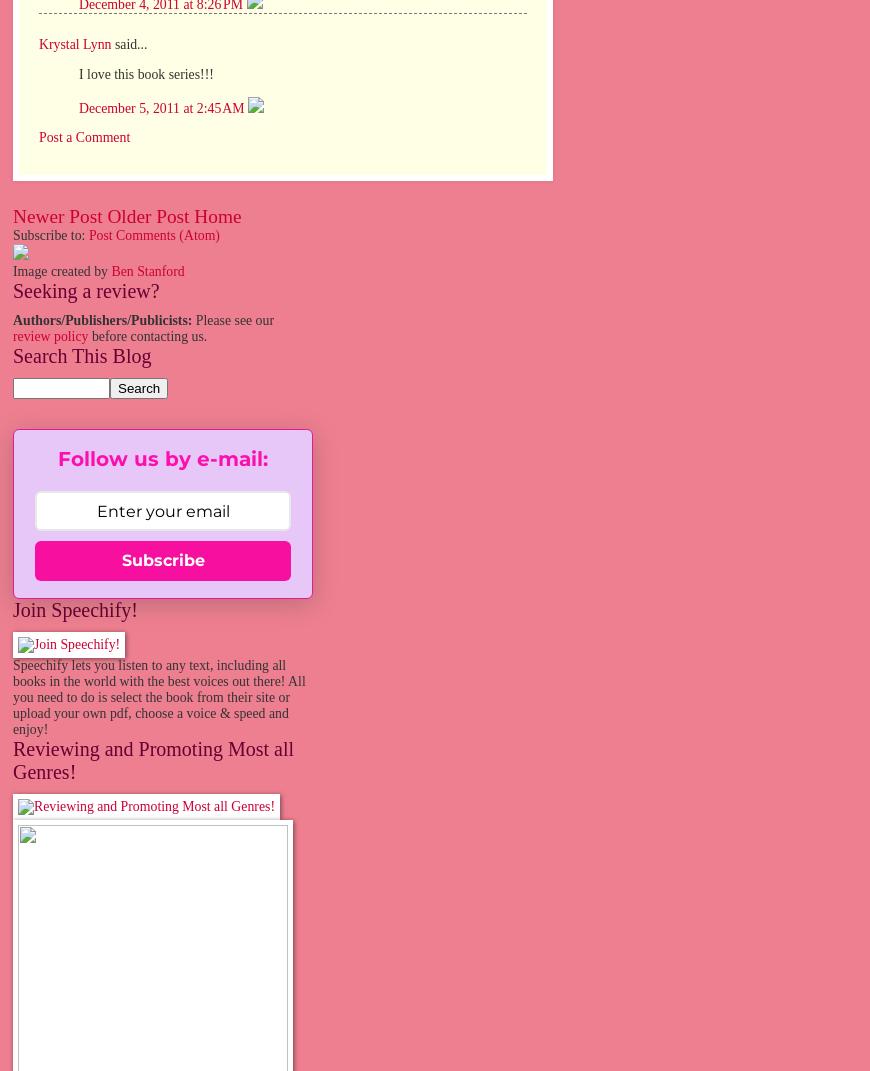  What do you see at coordinates (152, 760) in the screenshot?
I see `'Reviewing and Promoting Most all Genres!'` at bounding box center [152, 760].